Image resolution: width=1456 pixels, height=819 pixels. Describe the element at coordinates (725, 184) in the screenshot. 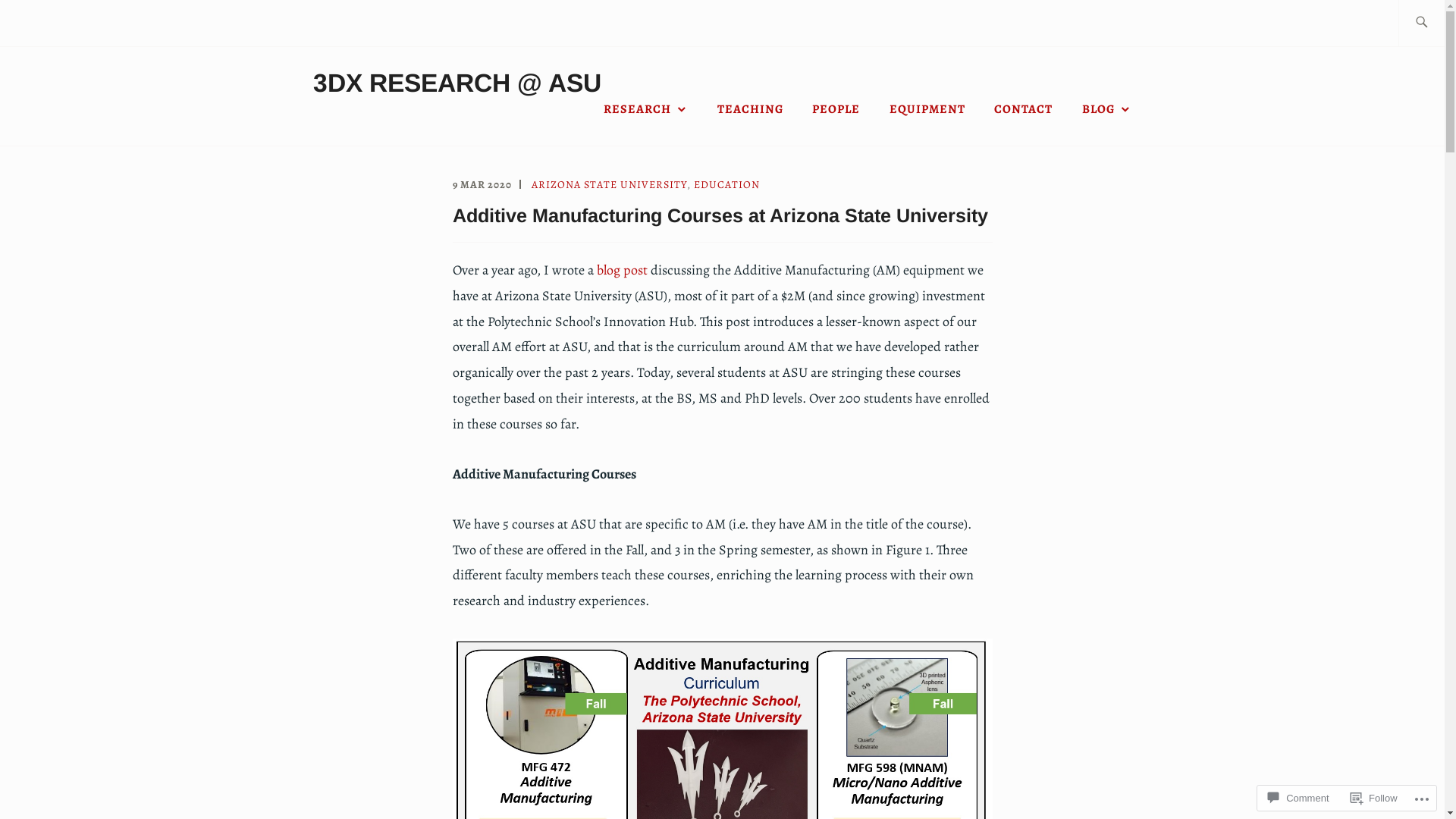

I see `'EDUCATION'` at that location.